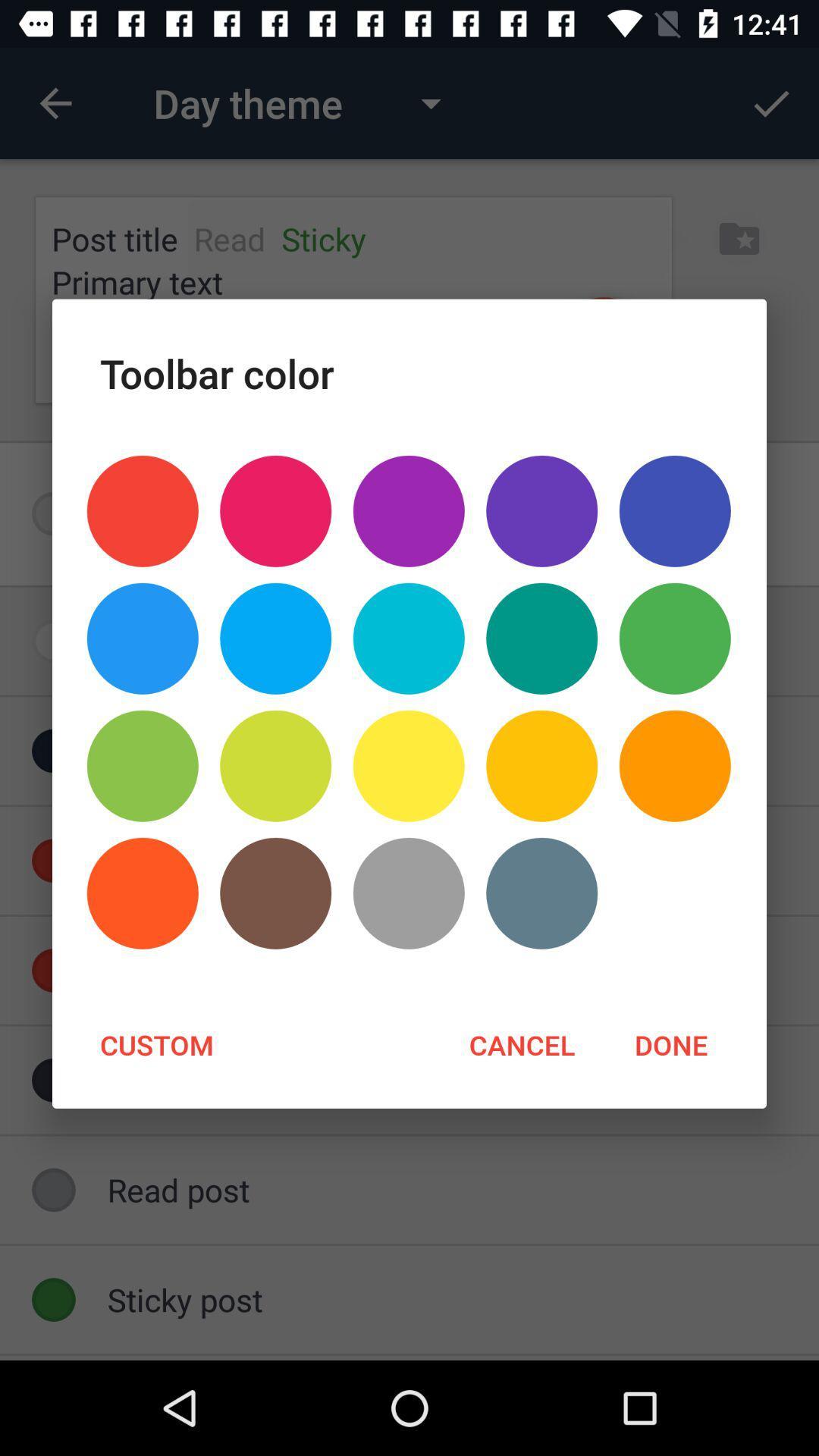  What do you see at coordinates (521, 1043) in the screenshot?
I see `the cancel at the bottom` at bounding box center [521, 1043].